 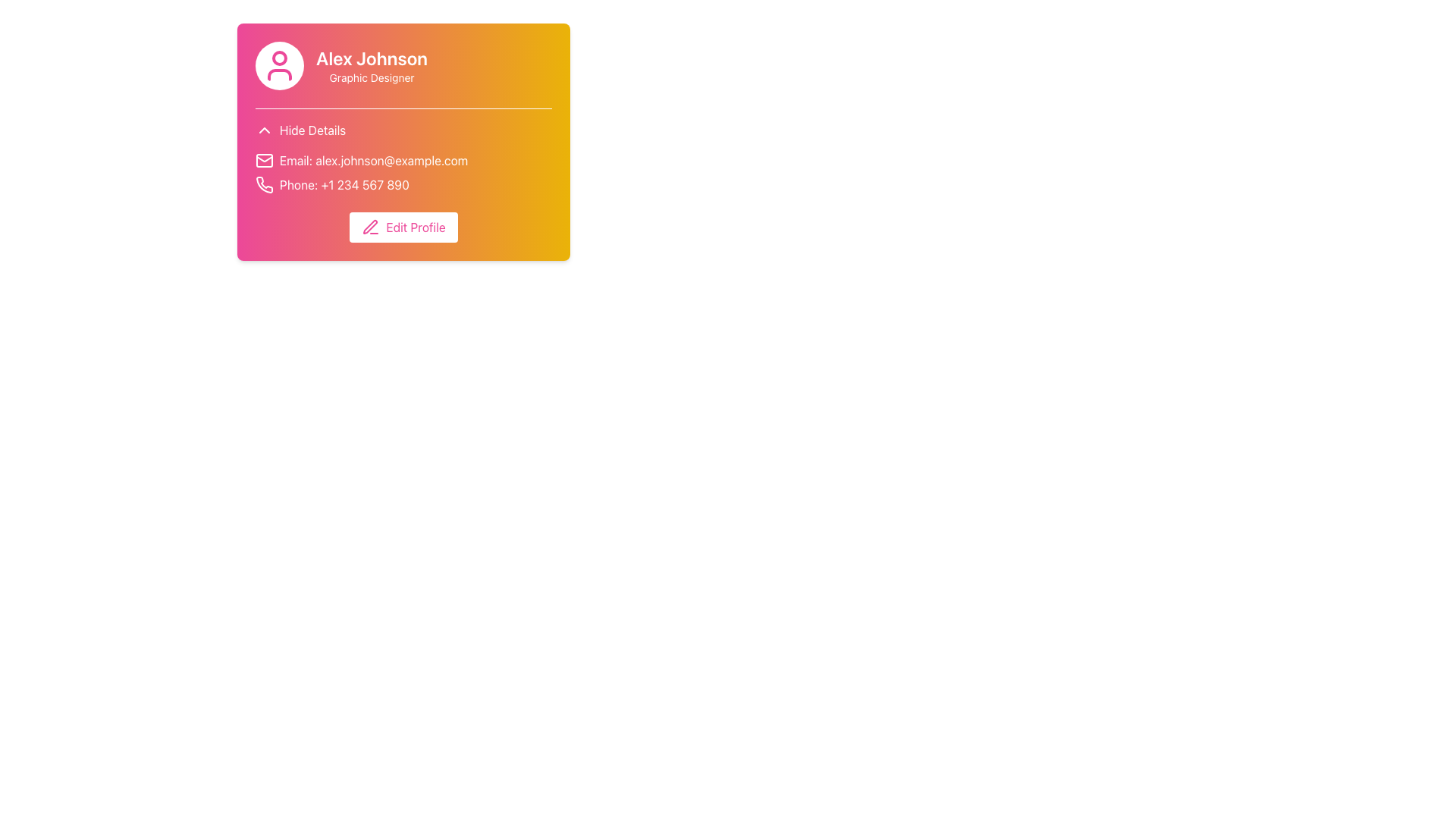 I want to click on the chevron-shaped icon pointing upwards, which is located to the left of the 'Hide Details' text, so click(x=265, y=130).